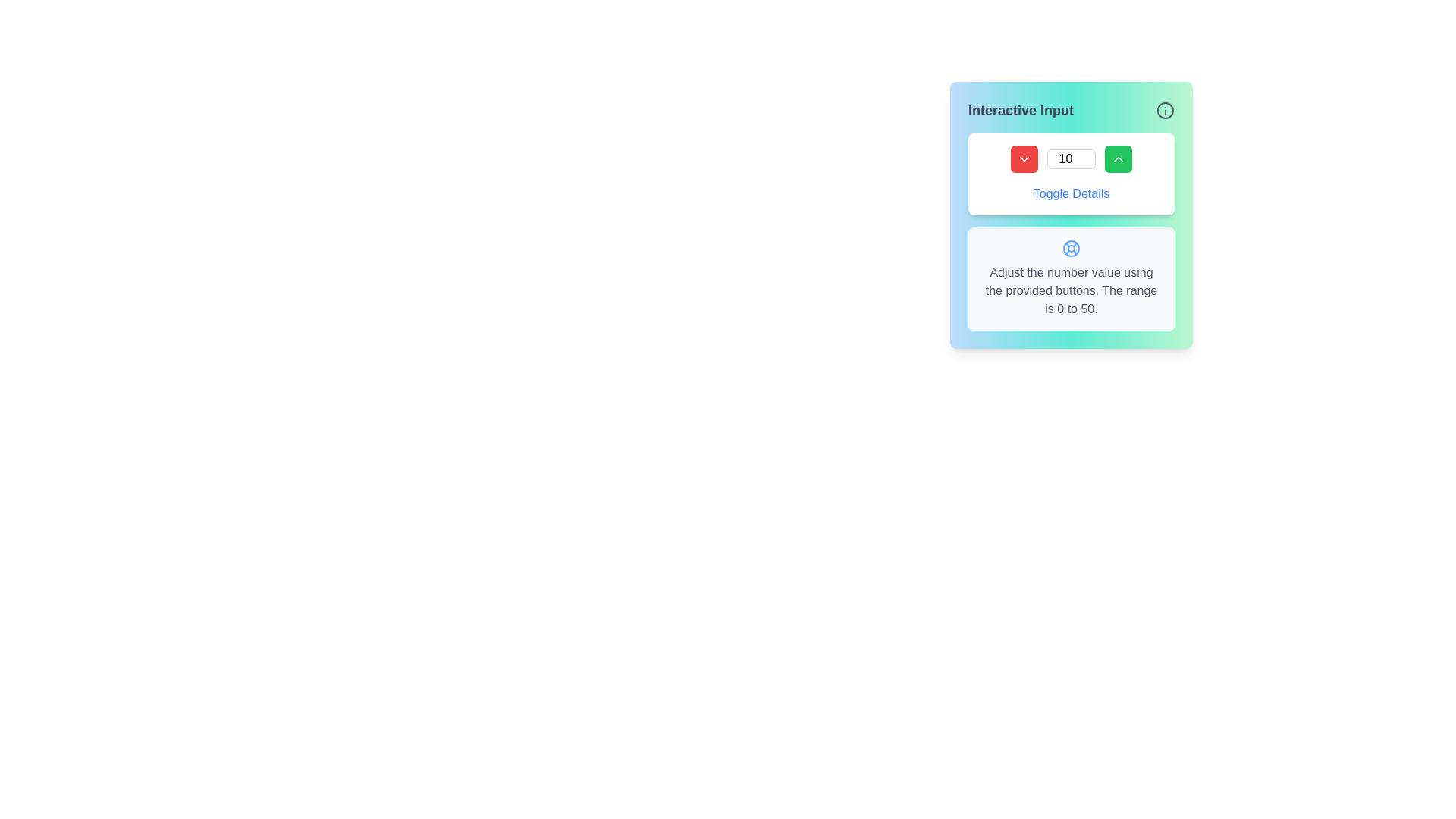 The height and width of the screenshot is (819, 1456). I want to click on the hyperlink or text button located in the middle of the interface, so click(1070, 193).